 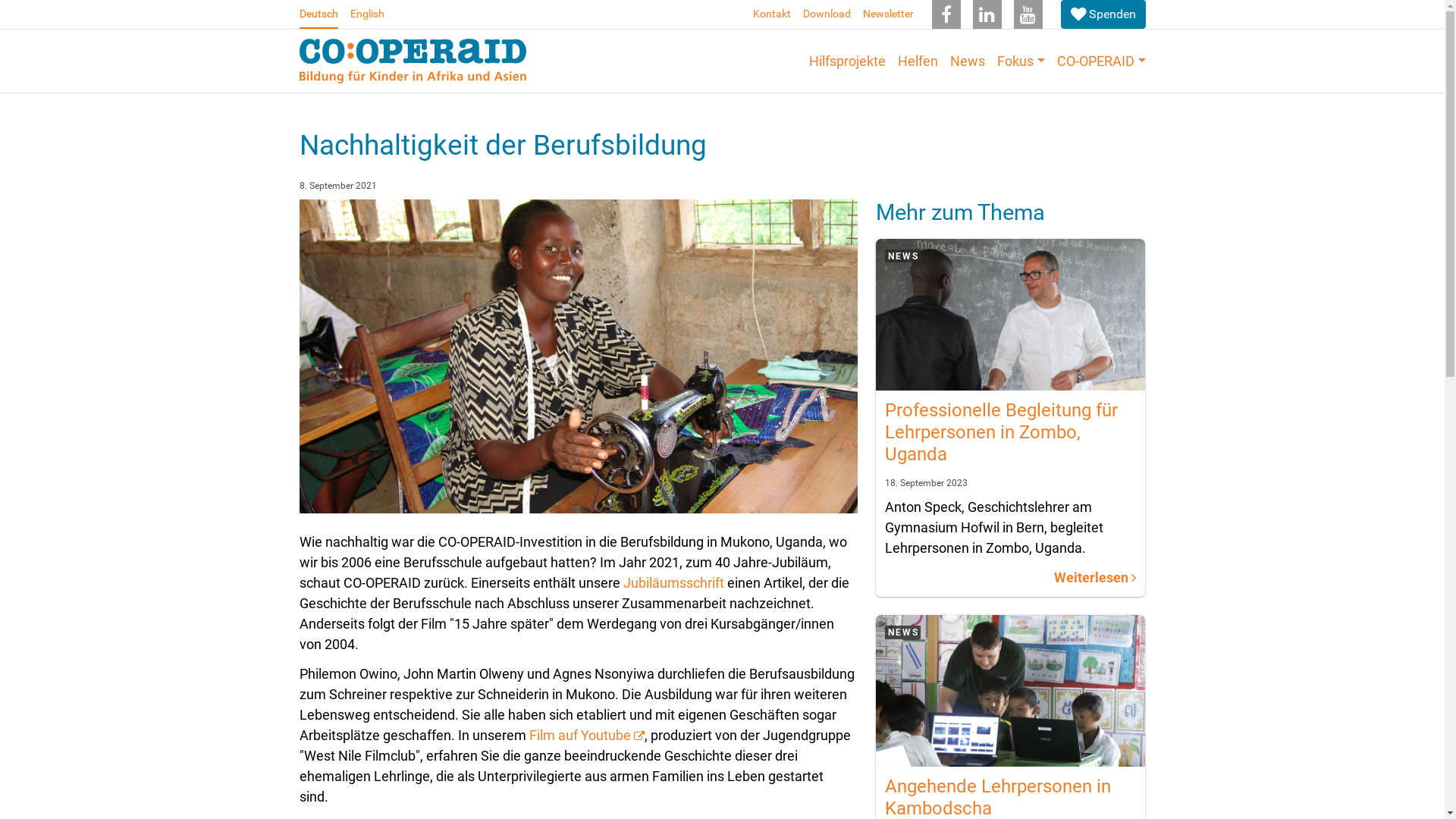 I want to click on 'Facebook', so click(x=945, y=14).